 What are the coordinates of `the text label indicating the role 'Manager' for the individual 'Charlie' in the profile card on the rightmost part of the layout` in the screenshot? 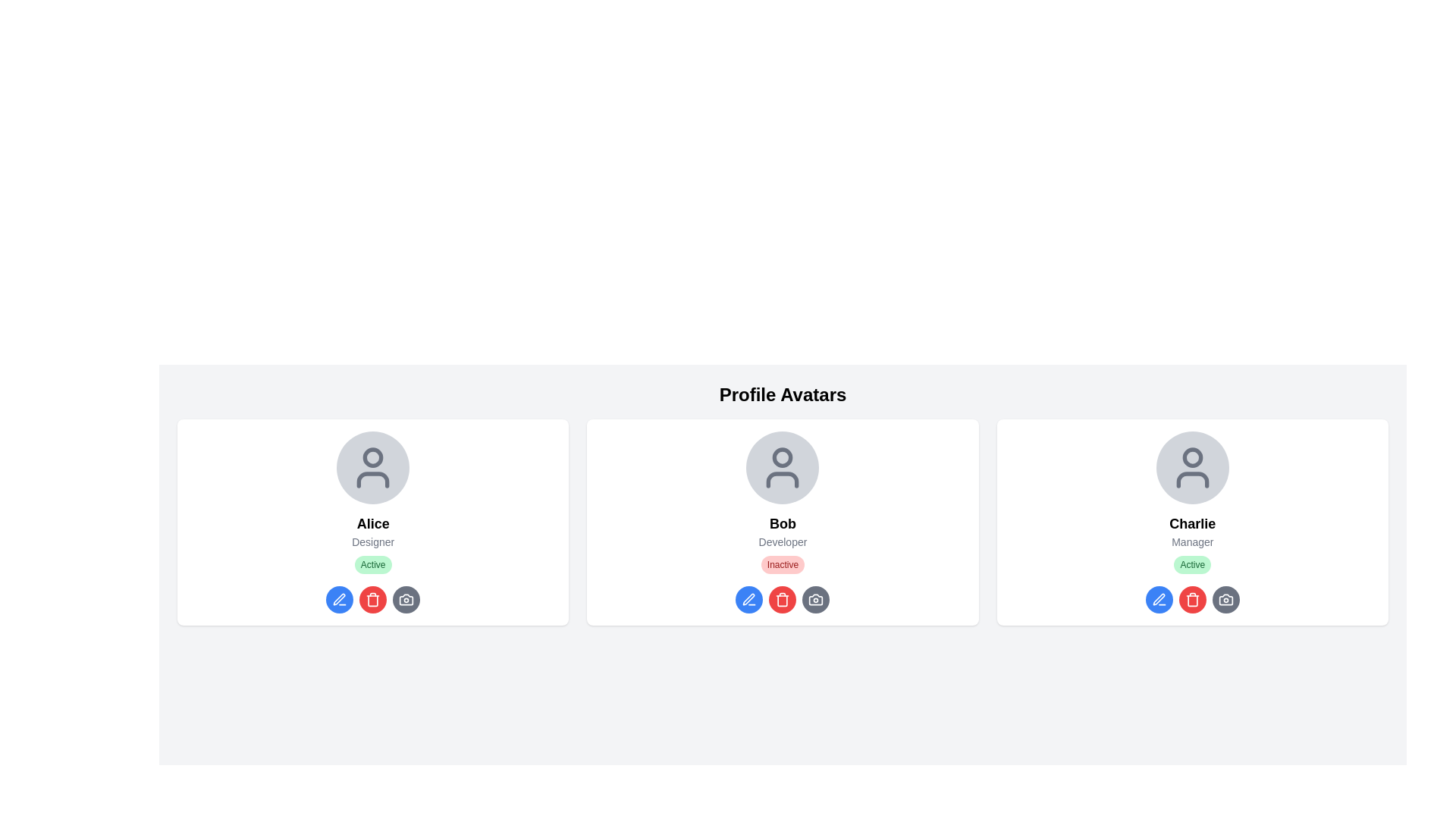 It's located at (1191, 541).